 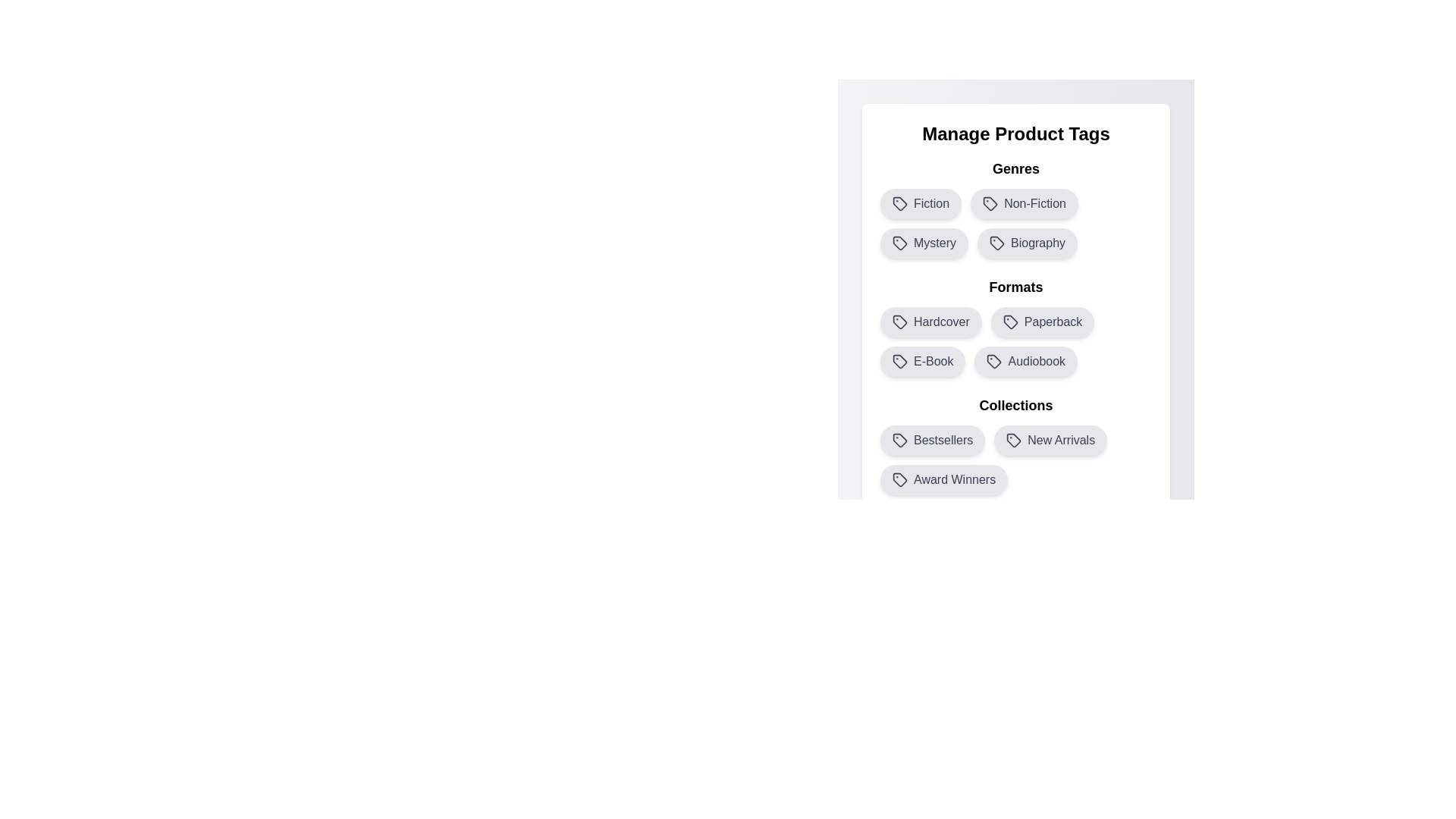 What do you see at coordinates (899, 362) in the screenshot?
I see `the 'E-Book' button which contains the SVG icon representing the 'E-Book' tag in the 'Formats' section of the 'Manage Product Tags' panel` at bounding box center [899, 362].